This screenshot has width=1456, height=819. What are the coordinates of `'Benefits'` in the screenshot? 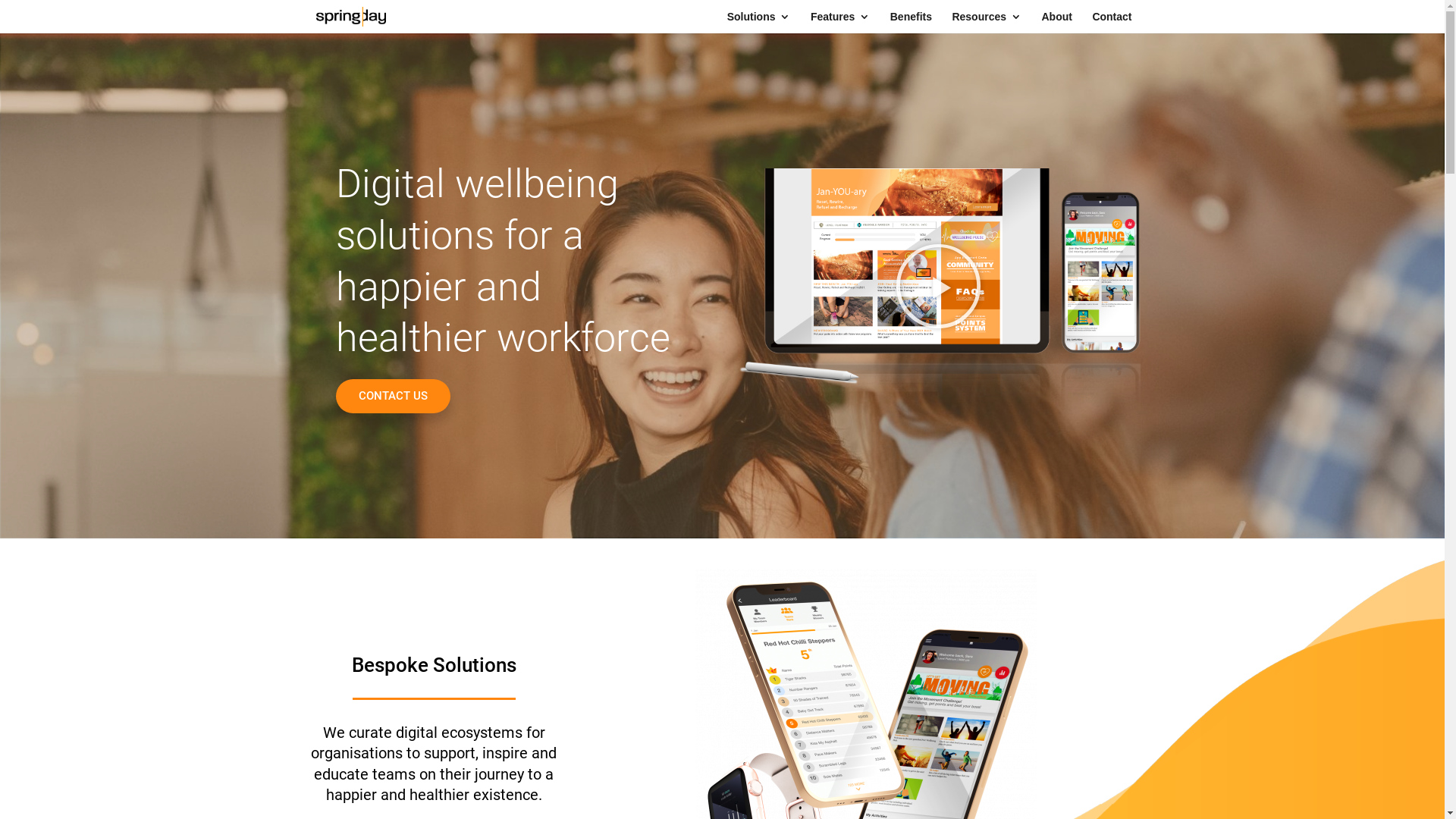 It's located at (890, 22).